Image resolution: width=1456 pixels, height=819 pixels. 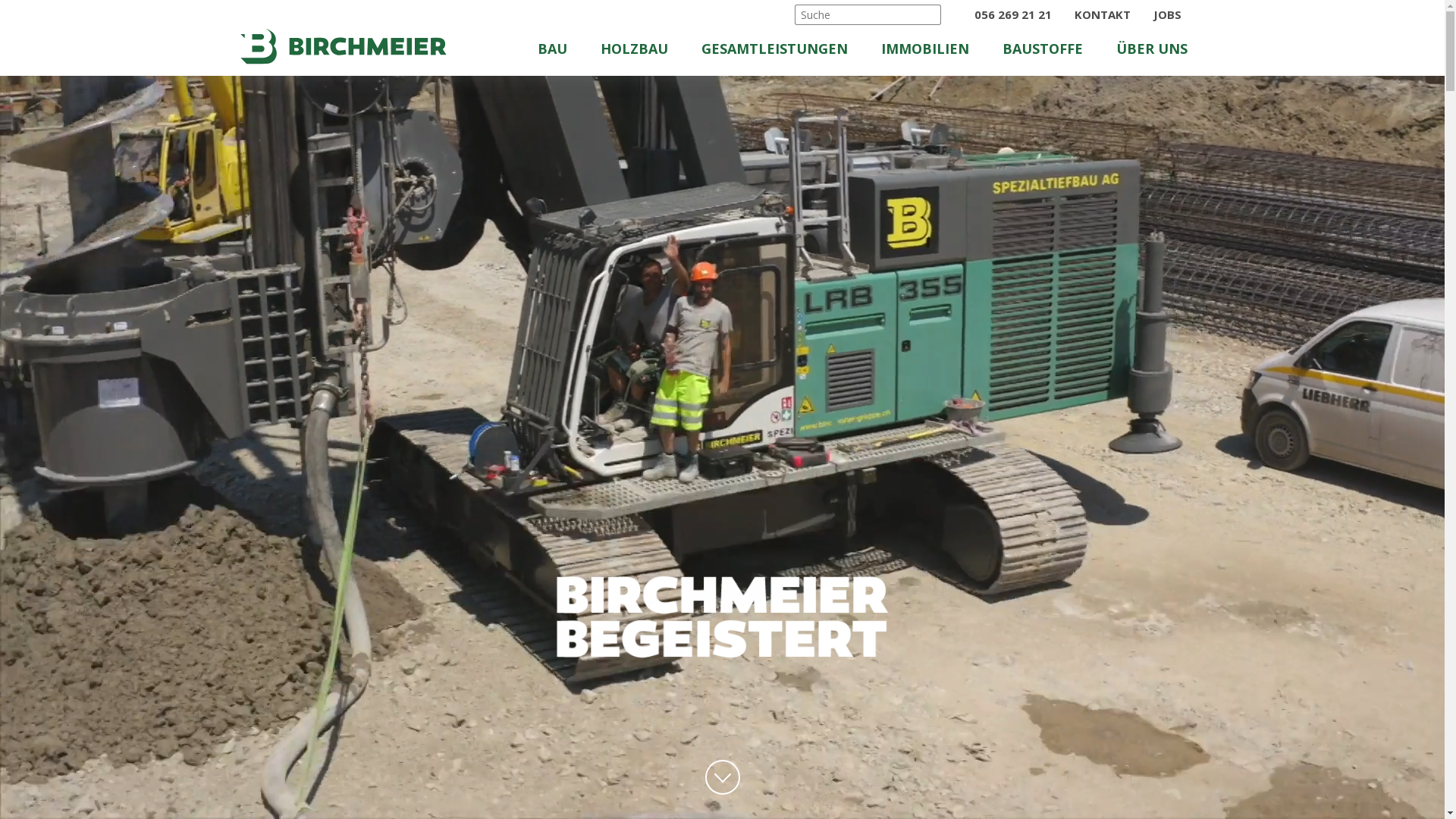 What do you see at coordinates (1010, 14) in the screenshot?
I see `'056 269 21 21'` at bounding box center [1010, 14].